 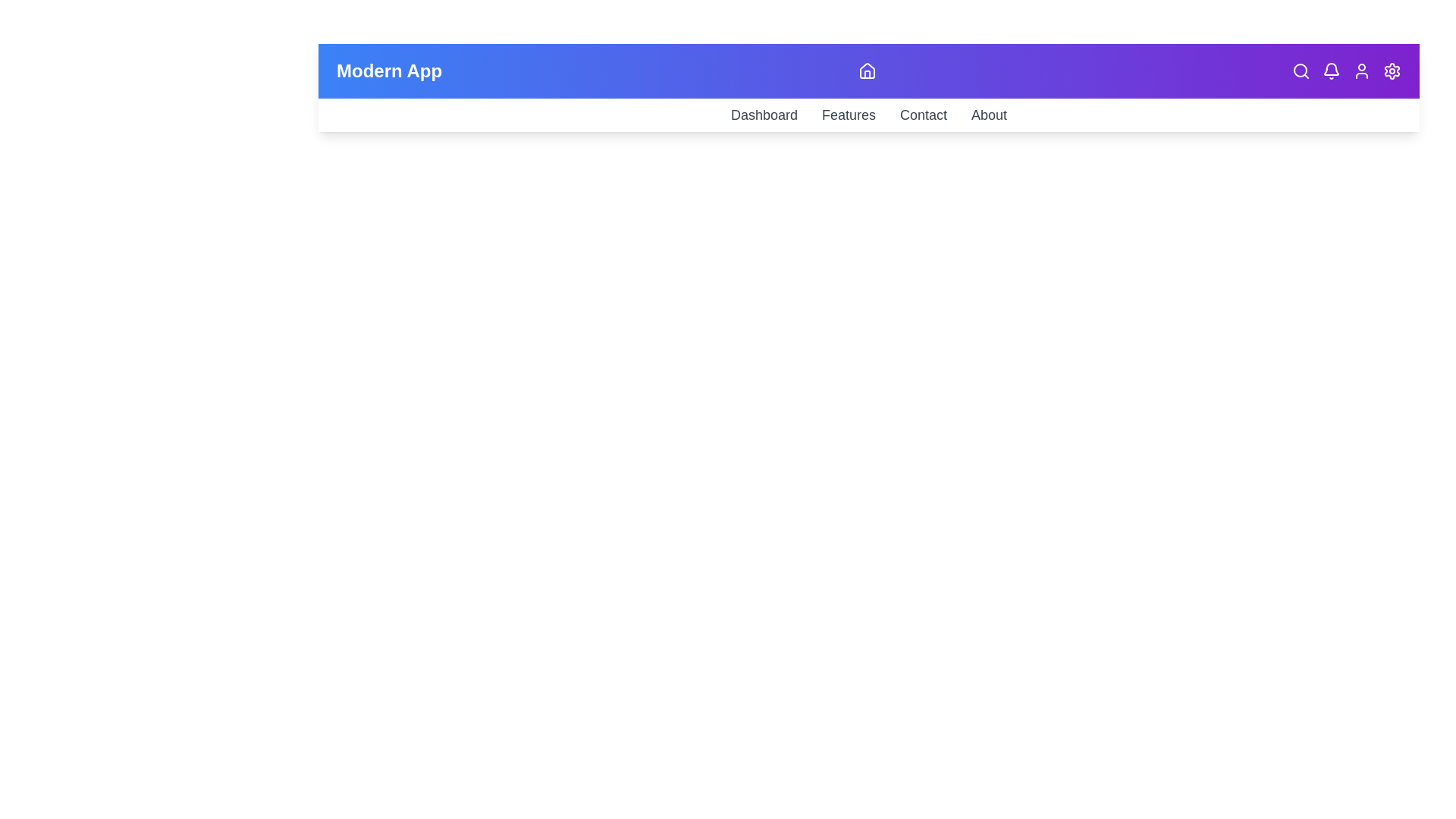 I want to click on the User icon to simulate its action, so click(x=1361, y=71).